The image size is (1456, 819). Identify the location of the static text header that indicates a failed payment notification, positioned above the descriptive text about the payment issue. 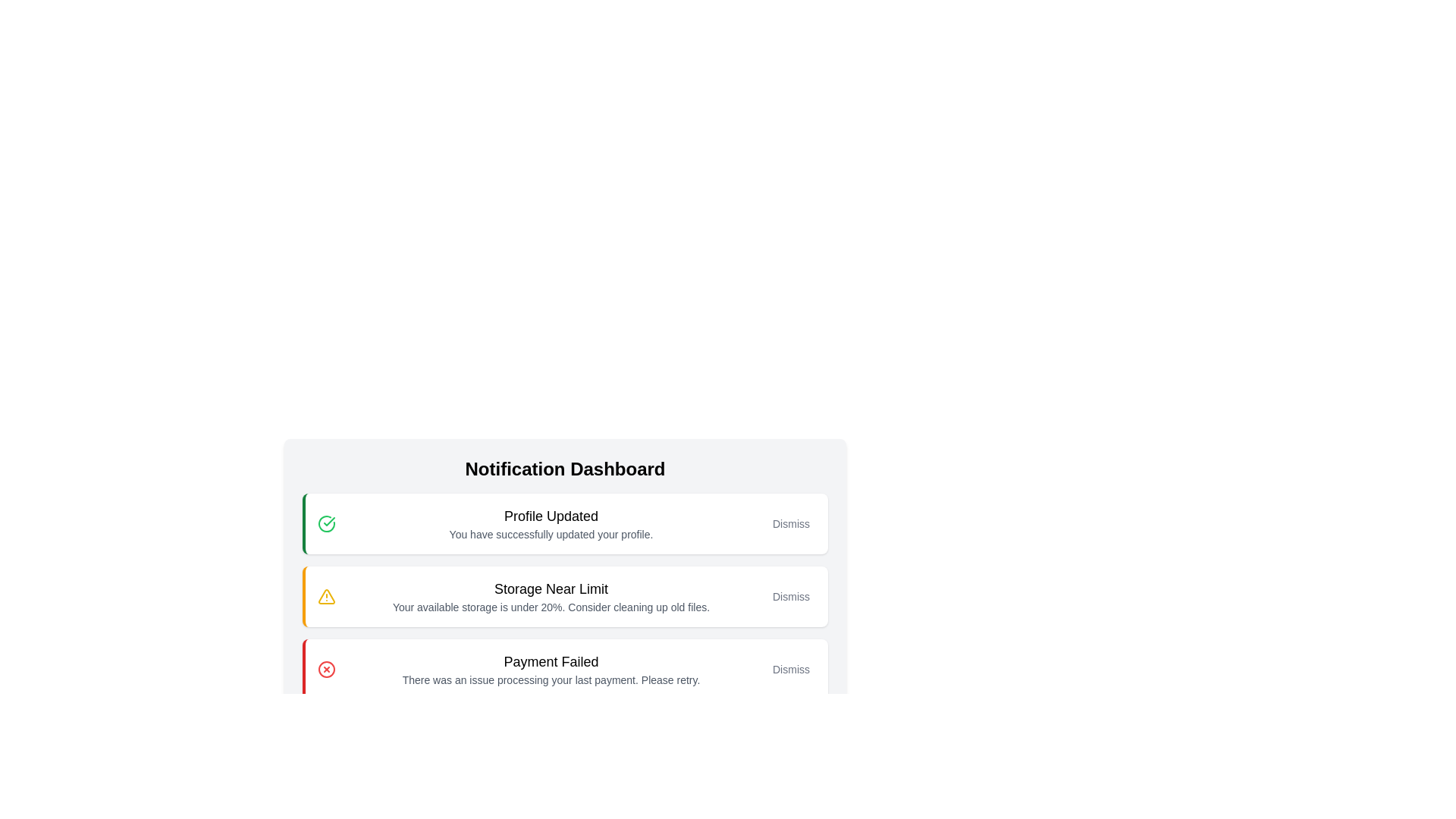
(550, 661).